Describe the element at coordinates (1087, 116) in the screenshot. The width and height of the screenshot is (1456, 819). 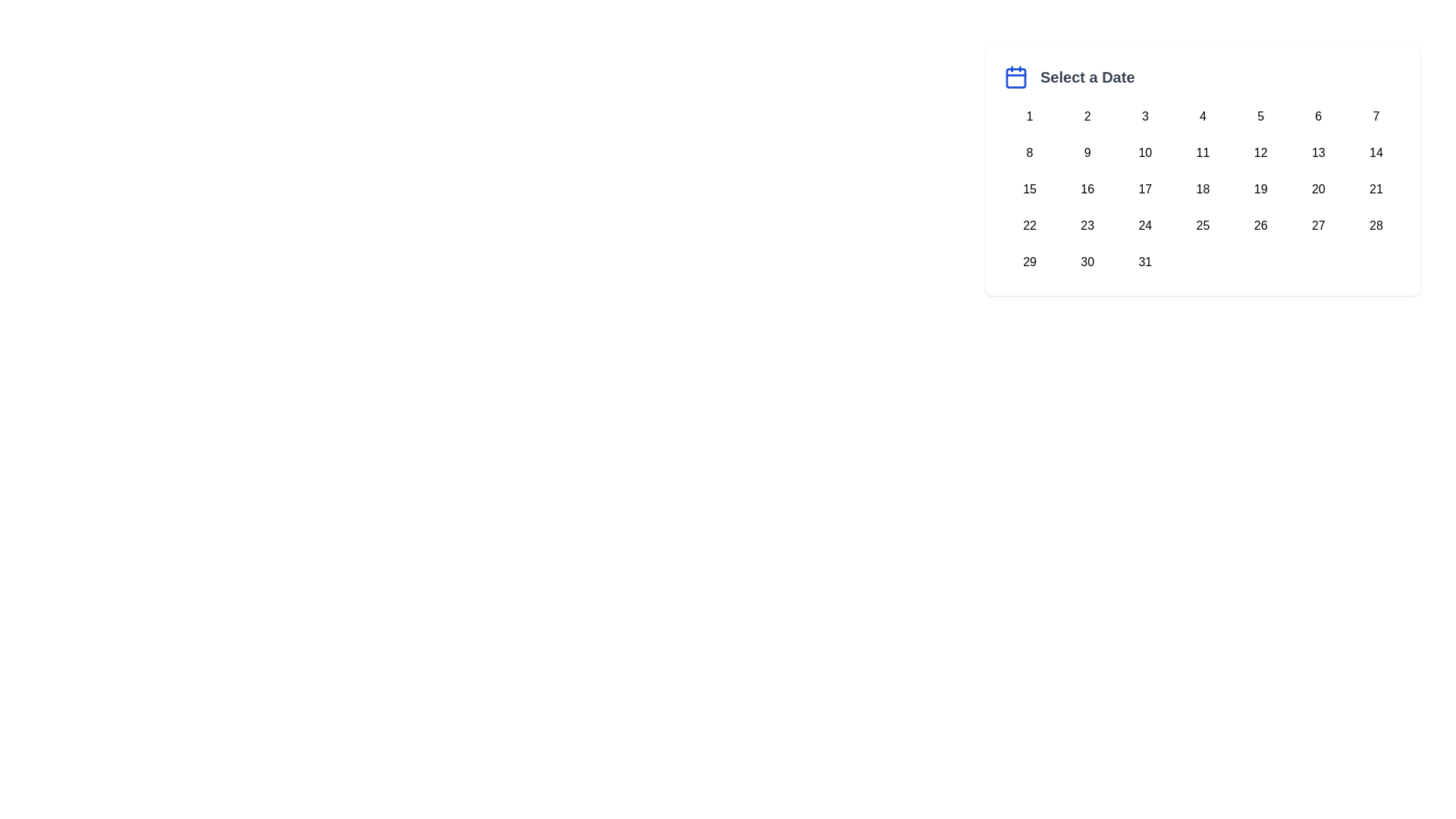
I see `the square-shaped button labeled '2' in the calendar interface` at that location.